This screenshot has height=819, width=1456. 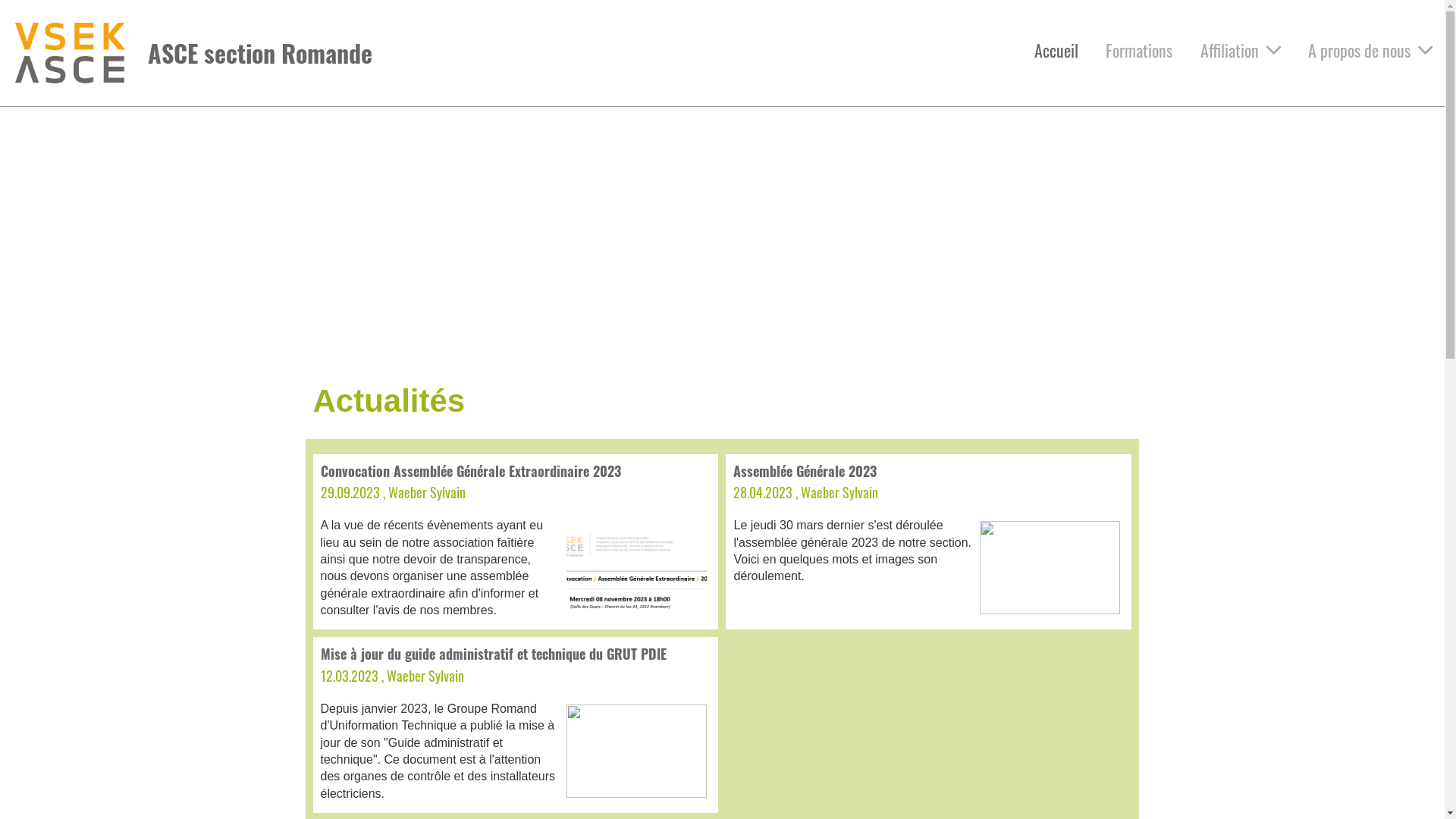 I want to click on 'Formations', so click(x=1139, y=49).